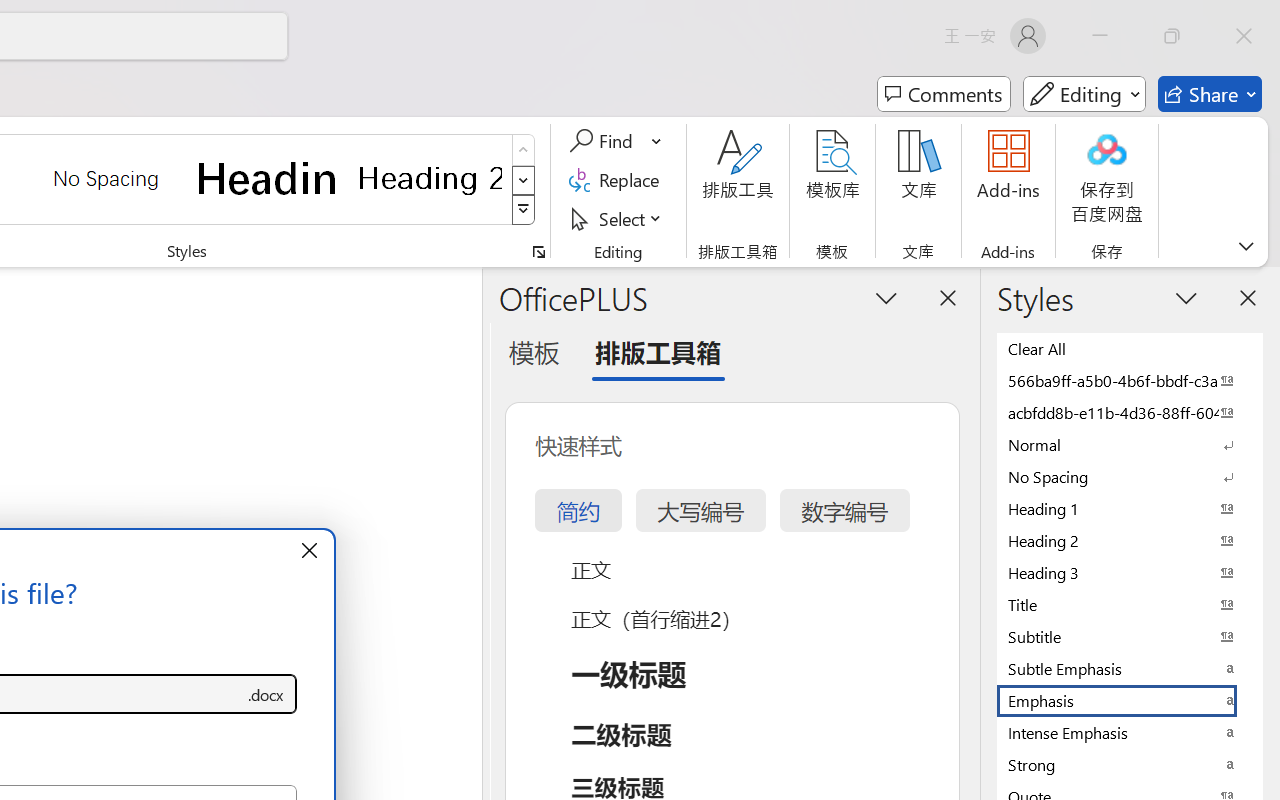  I want to click on 'No Spacing', so click(1130, 476).